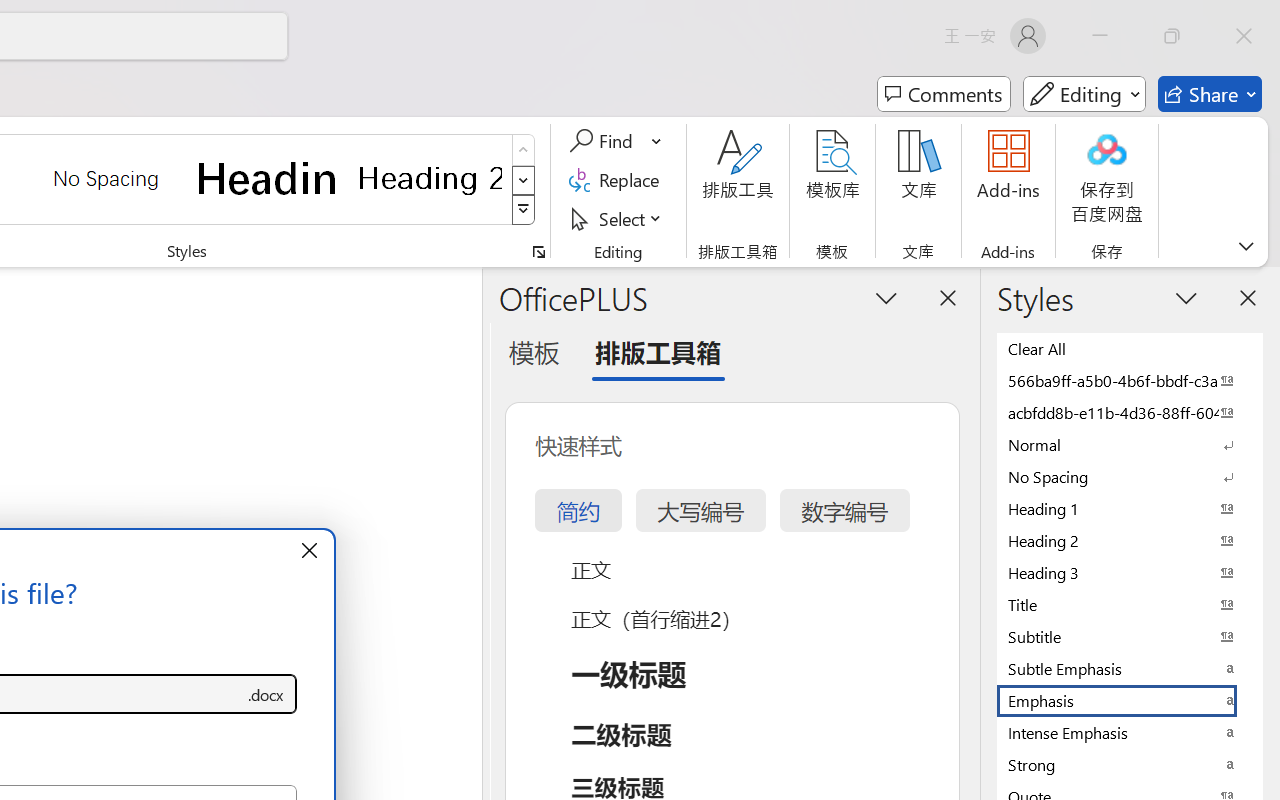  I want to click on 'No Spacing', so click(1130, 476).